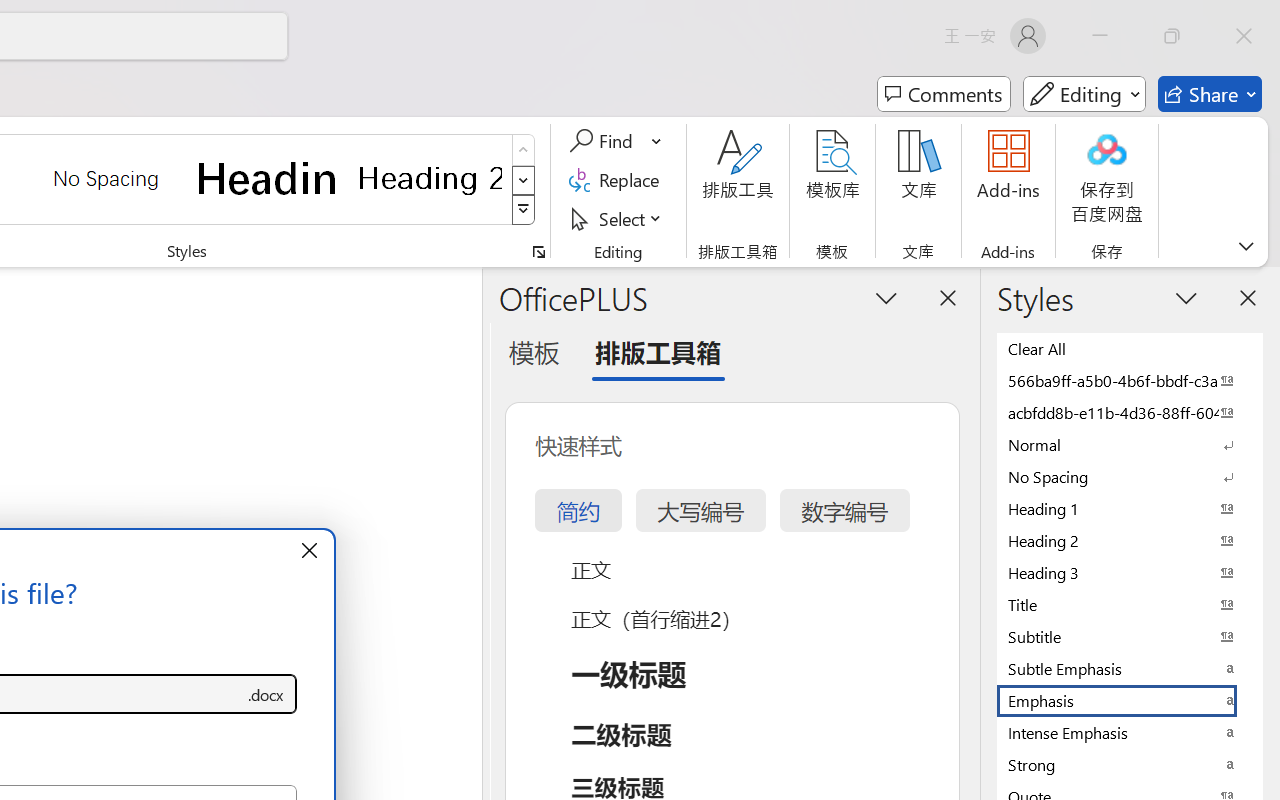  I want to click on 'No Spacing', so click(1130, 476).